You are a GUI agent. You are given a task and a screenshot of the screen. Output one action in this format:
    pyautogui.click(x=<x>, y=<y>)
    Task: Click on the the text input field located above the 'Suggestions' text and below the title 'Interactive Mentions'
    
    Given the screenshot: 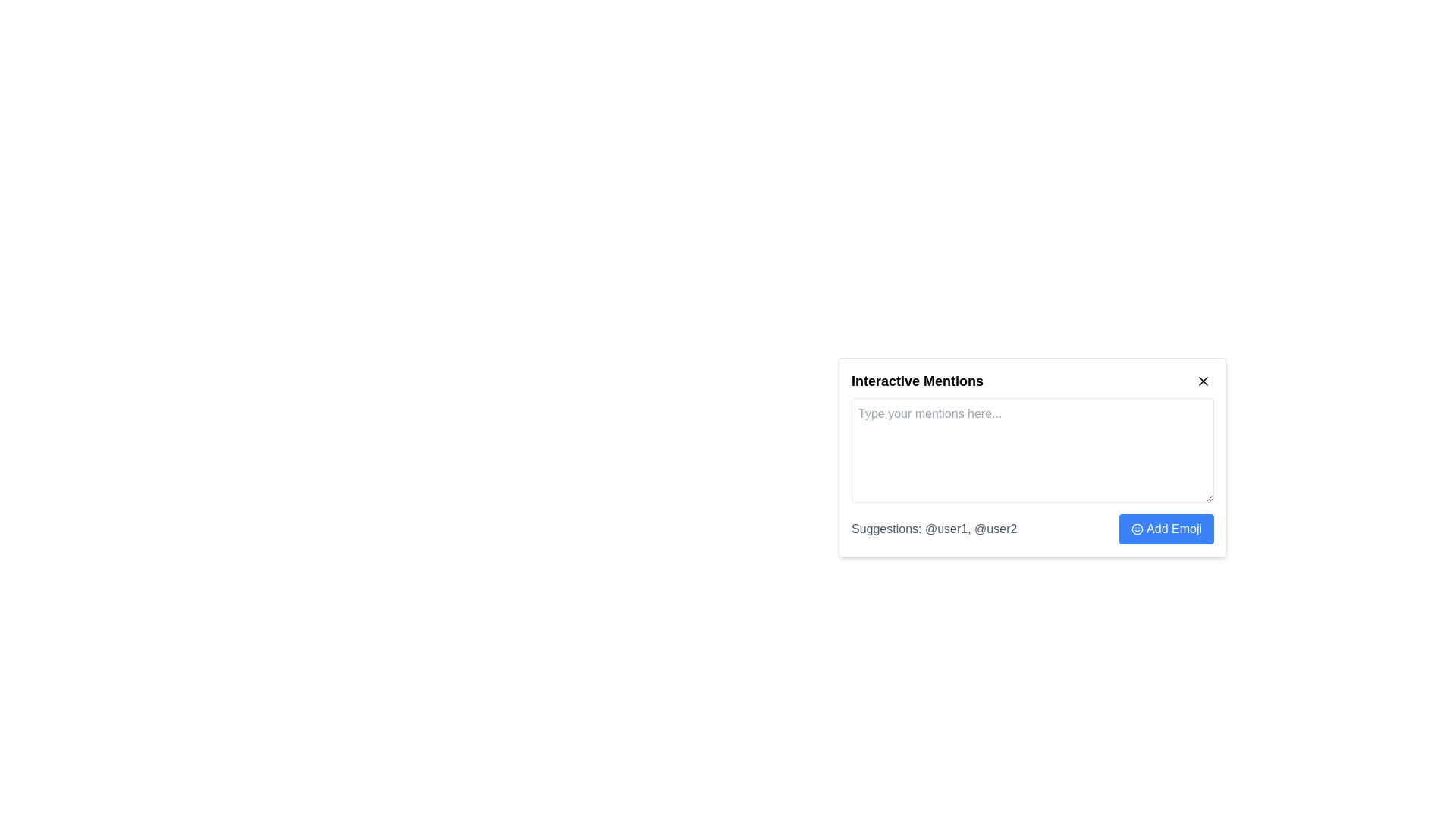 What is the action you would take?
    pyautogui.click(x=1032, y=470)
    